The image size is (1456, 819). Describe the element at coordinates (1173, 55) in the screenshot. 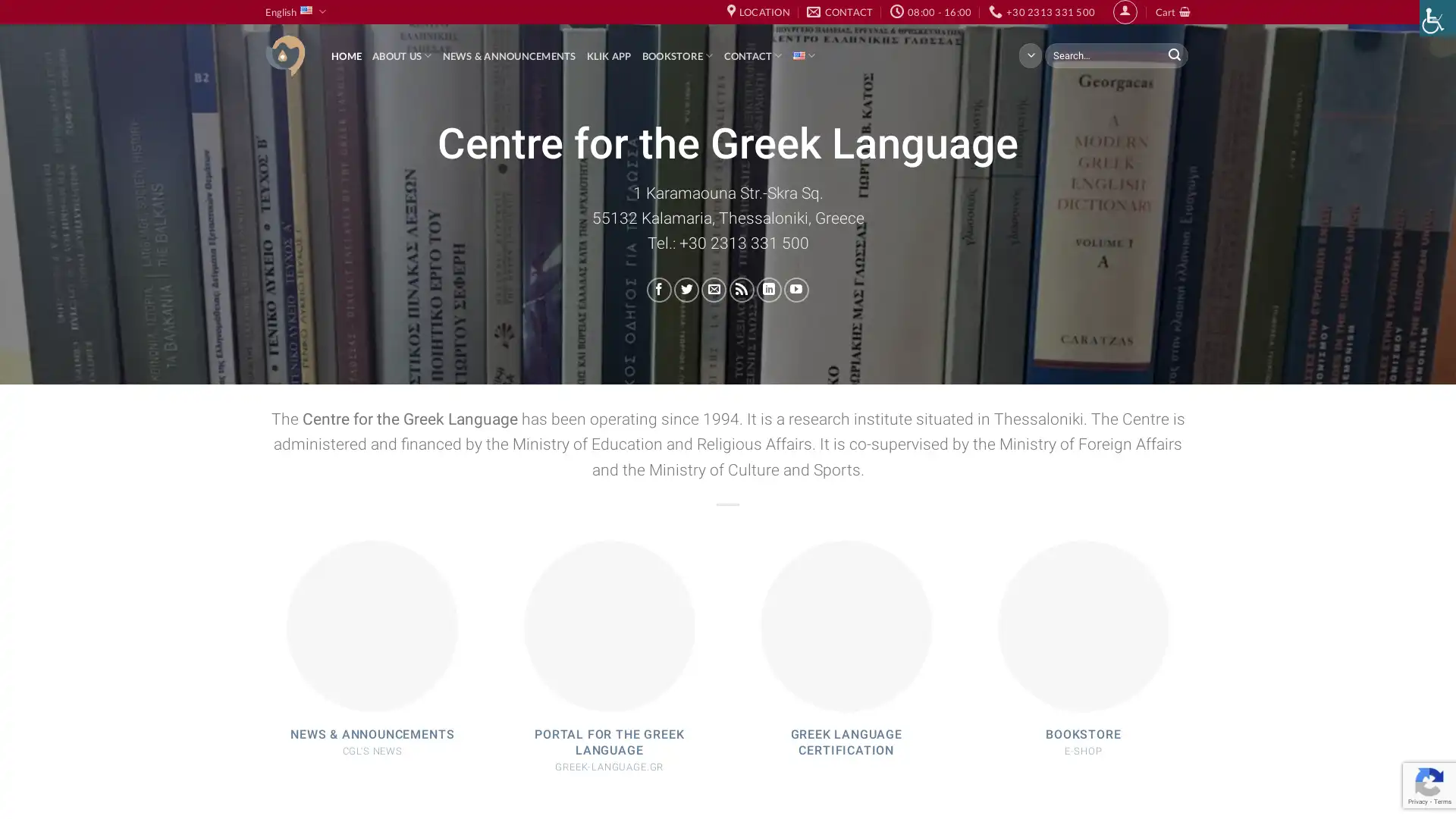

I see `Submit` at that location.